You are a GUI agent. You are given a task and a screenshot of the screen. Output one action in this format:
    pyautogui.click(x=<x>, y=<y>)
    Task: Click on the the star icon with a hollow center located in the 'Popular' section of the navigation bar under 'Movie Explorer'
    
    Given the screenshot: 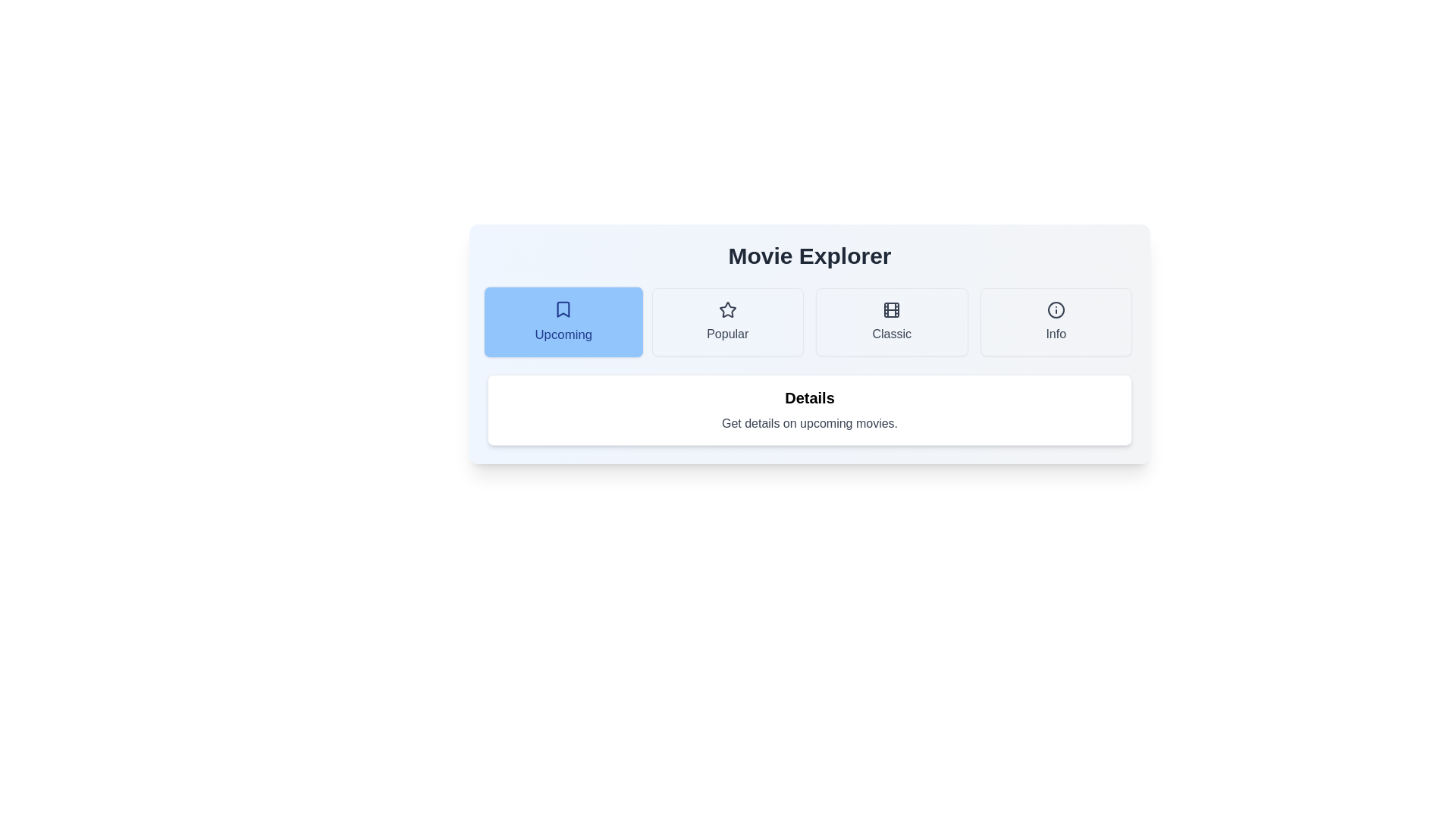 What is the action you would take?
    pyautogui.click(x=726, y=309)
    